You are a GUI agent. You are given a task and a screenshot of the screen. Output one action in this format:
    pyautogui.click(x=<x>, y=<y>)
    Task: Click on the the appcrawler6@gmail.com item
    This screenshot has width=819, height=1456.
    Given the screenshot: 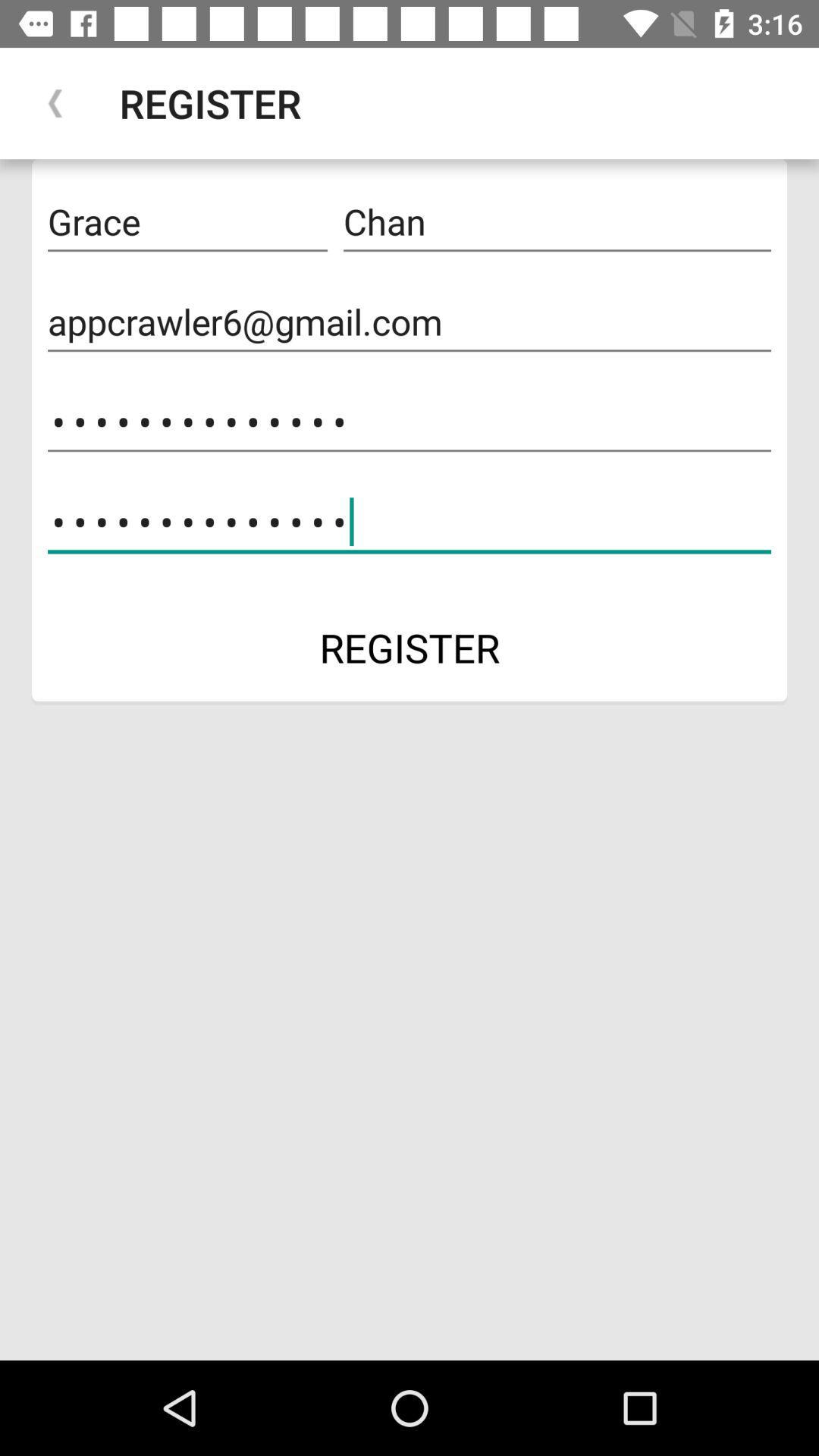 What is the action you would take?
    pyautogui.click(x=409, y=322)
    